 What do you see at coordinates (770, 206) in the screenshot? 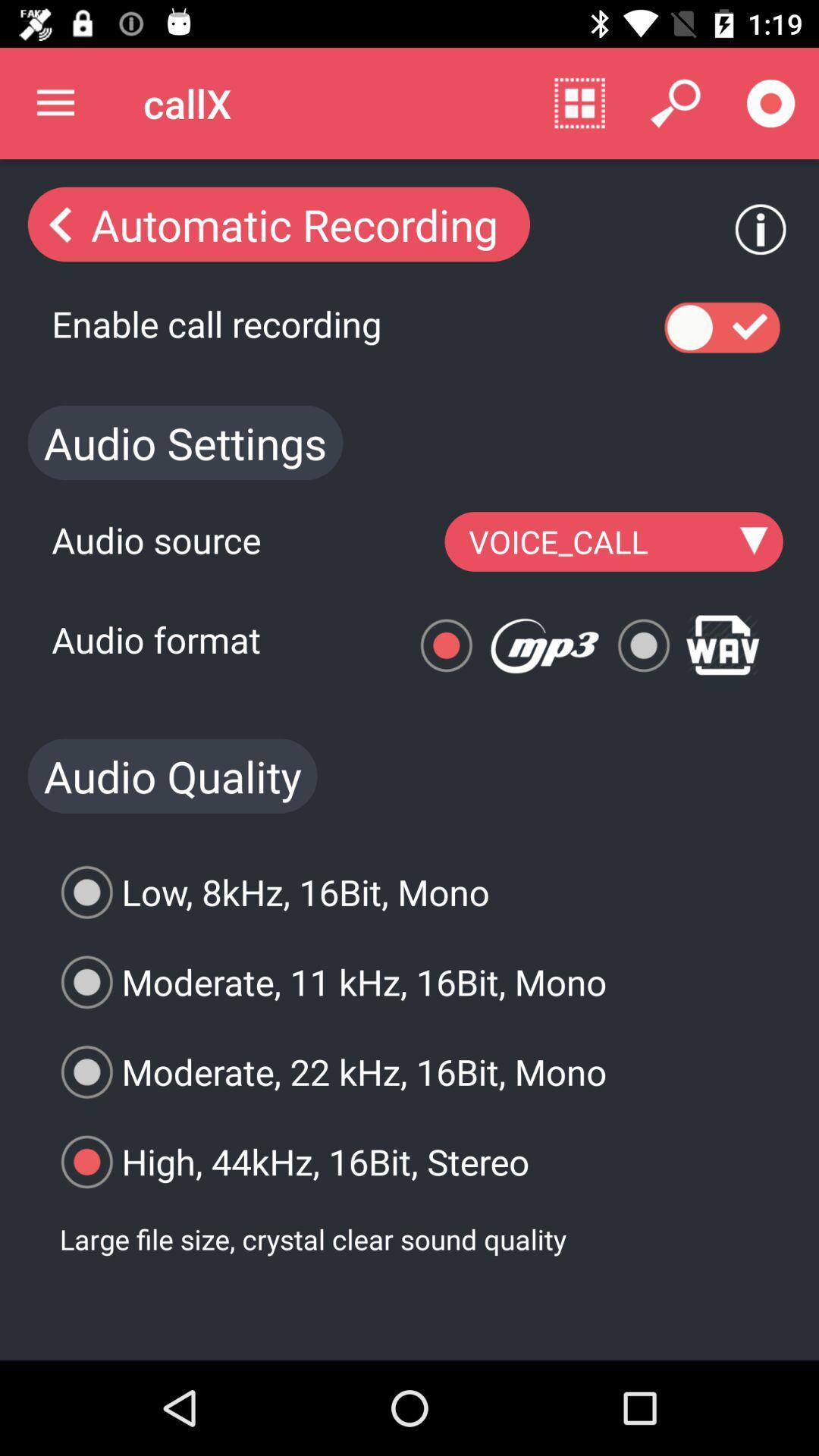
I see `the info icon` at bounding box center [770, 206].